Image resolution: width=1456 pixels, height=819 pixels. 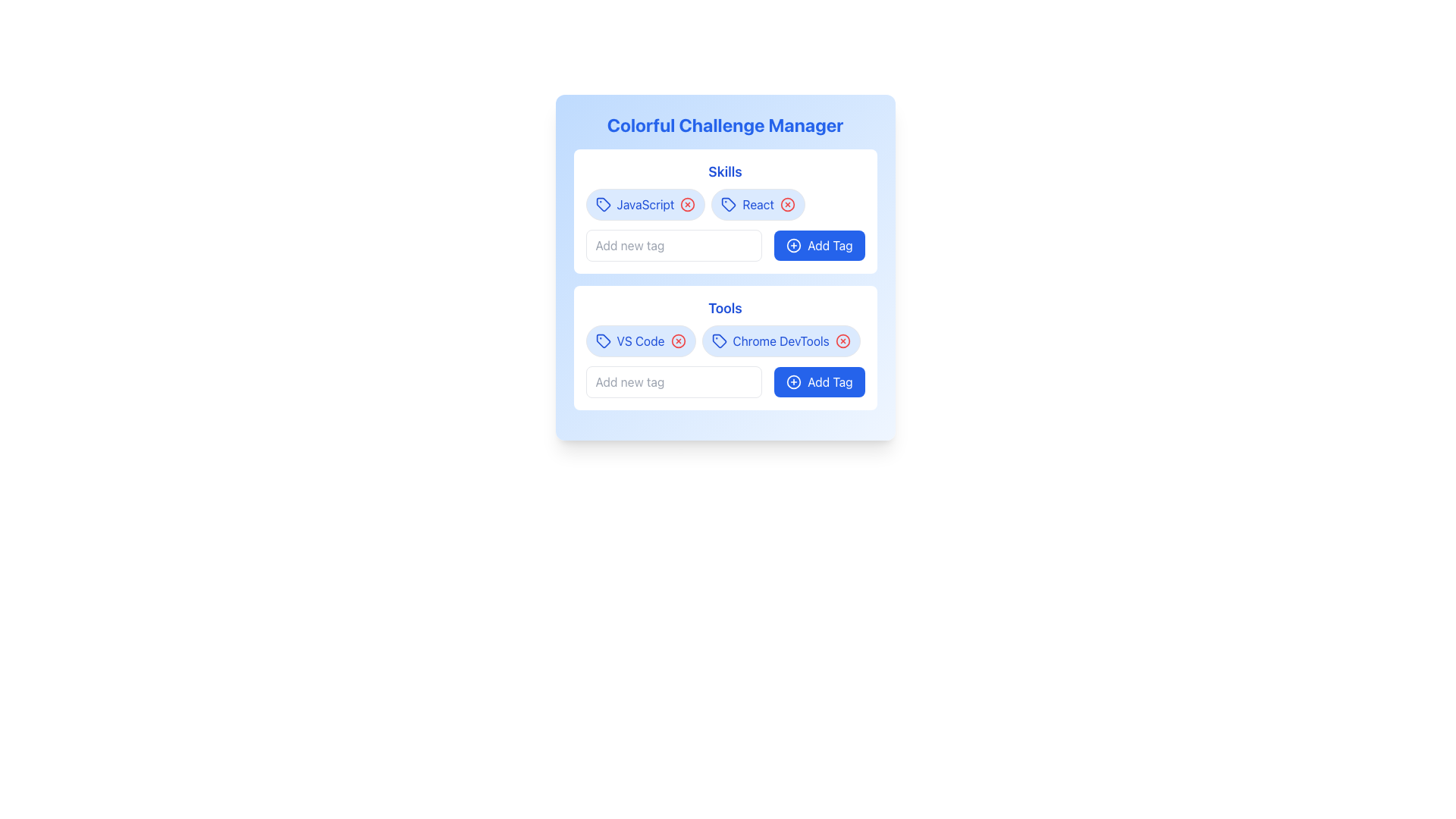 What do you see at coordinates (729, 205) in the screenshot?
I see `the React icon, which is positioned within the button labeled 'React', the second tag from the left in the 'Skills' section, located to the right of the 'JavaScript' tag` at bounding box center [729, 205].